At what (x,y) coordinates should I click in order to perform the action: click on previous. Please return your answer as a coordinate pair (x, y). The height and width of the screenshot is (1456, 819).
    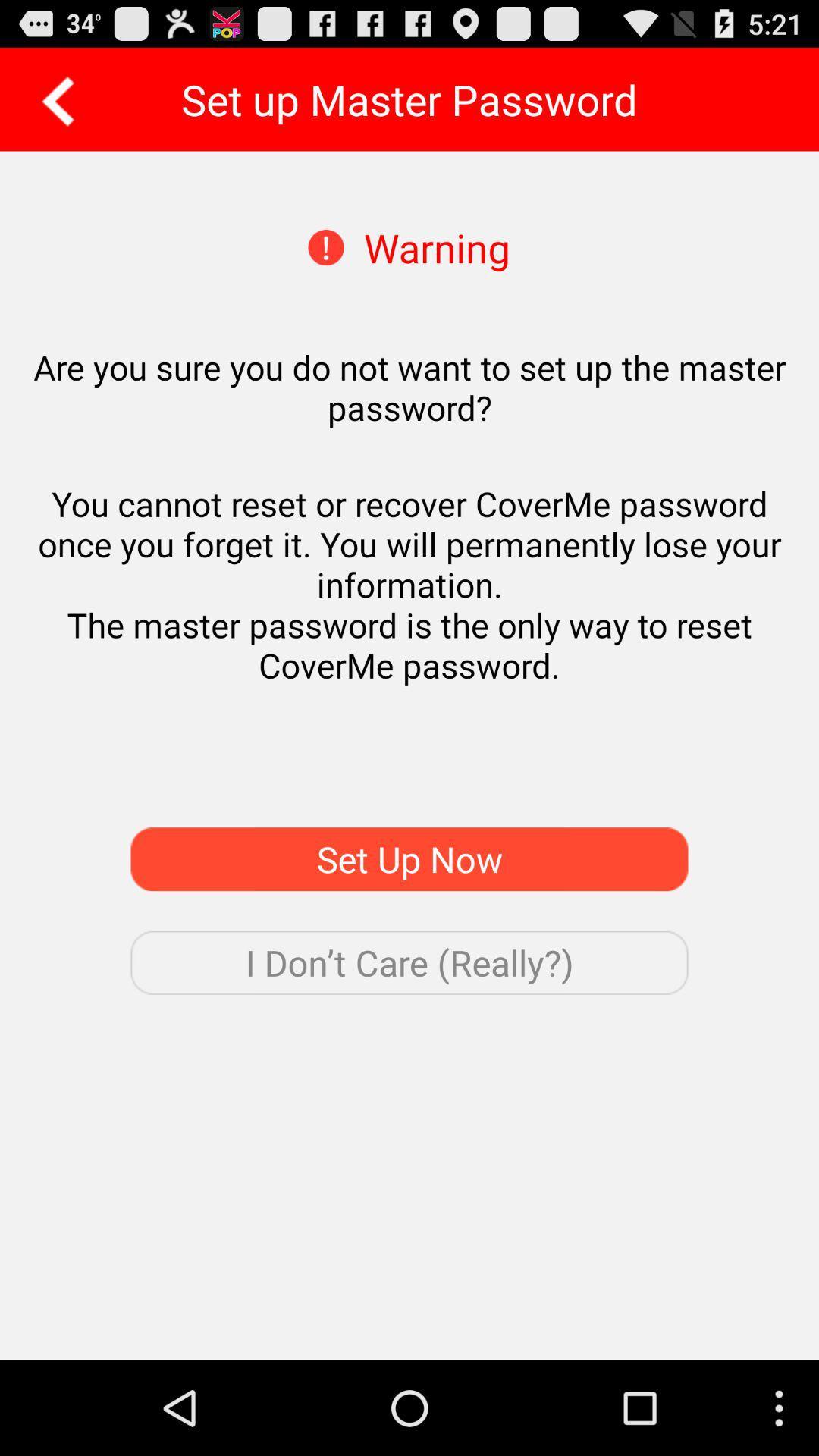
    Looking at the image, I should click on (52, 99).